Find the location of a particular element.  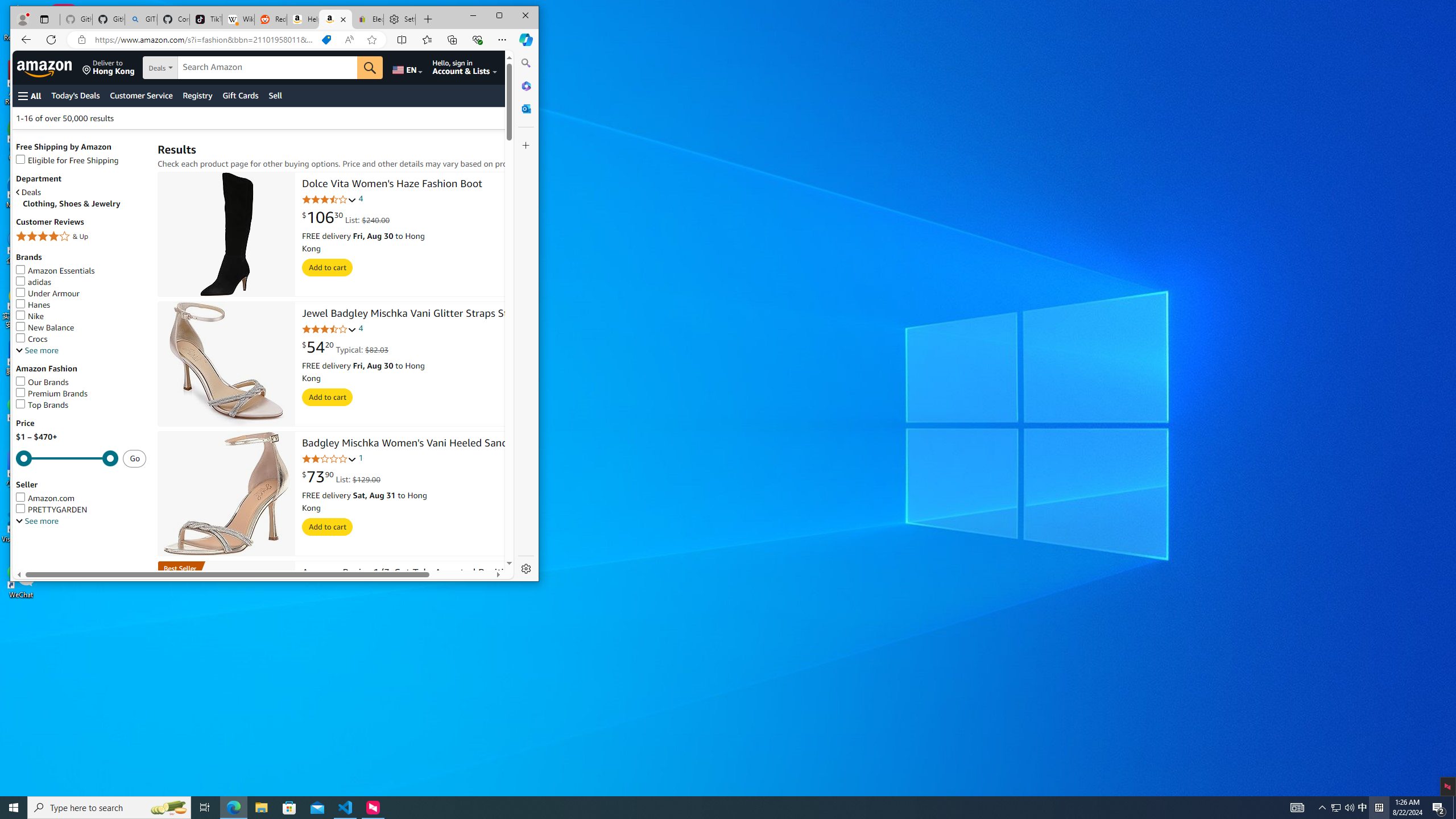

'Our Brands' is located at coordinates (42, 382).